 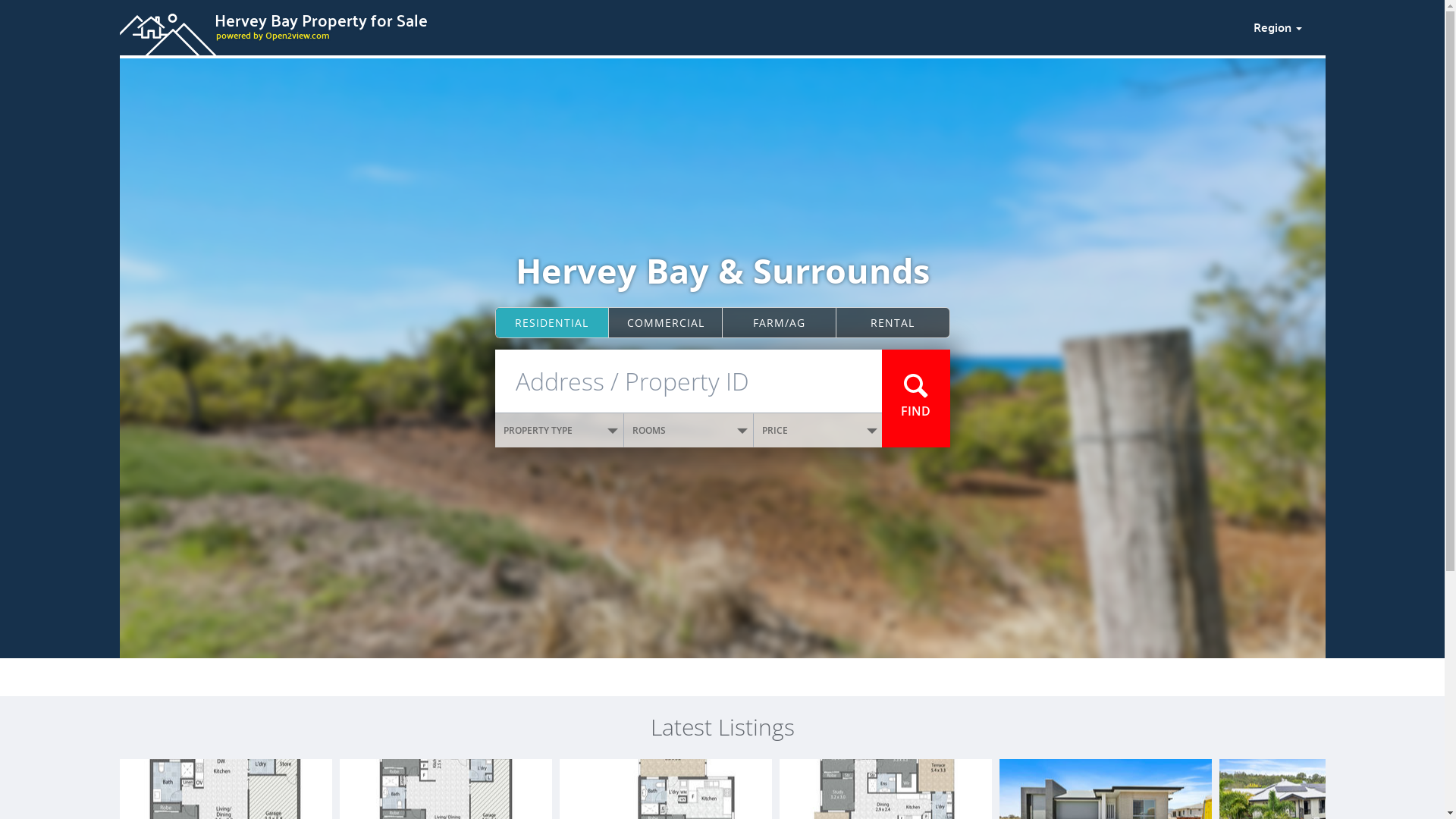 I want to click on 'PROPERTY TYPE', so click(x=558, y=430).